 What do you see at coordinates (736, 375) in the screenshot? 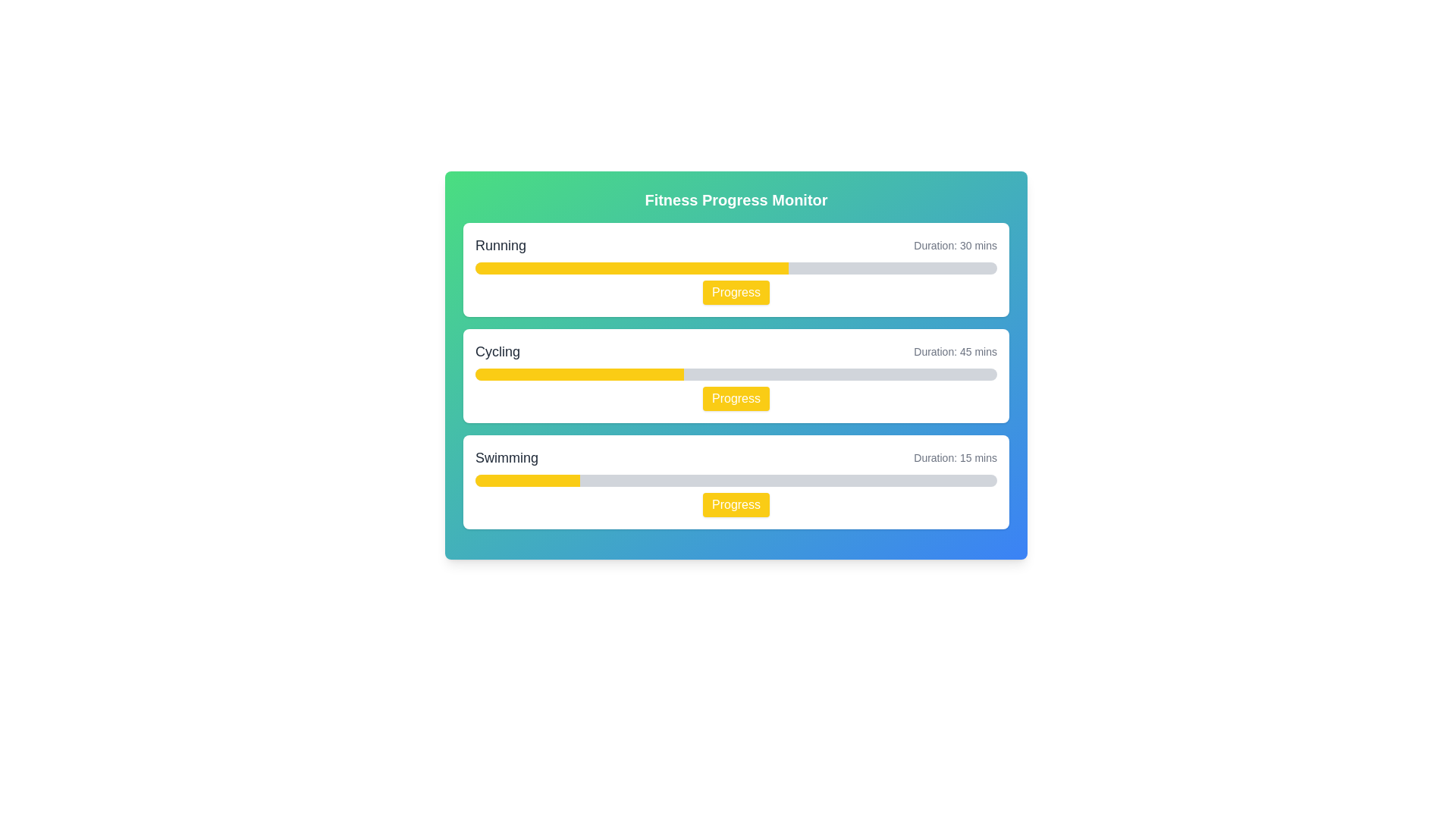
I see `the 'Progress' button on the second Information card in the Fitness Progress Monitor to interact with it` at bounding box center [736, 375].